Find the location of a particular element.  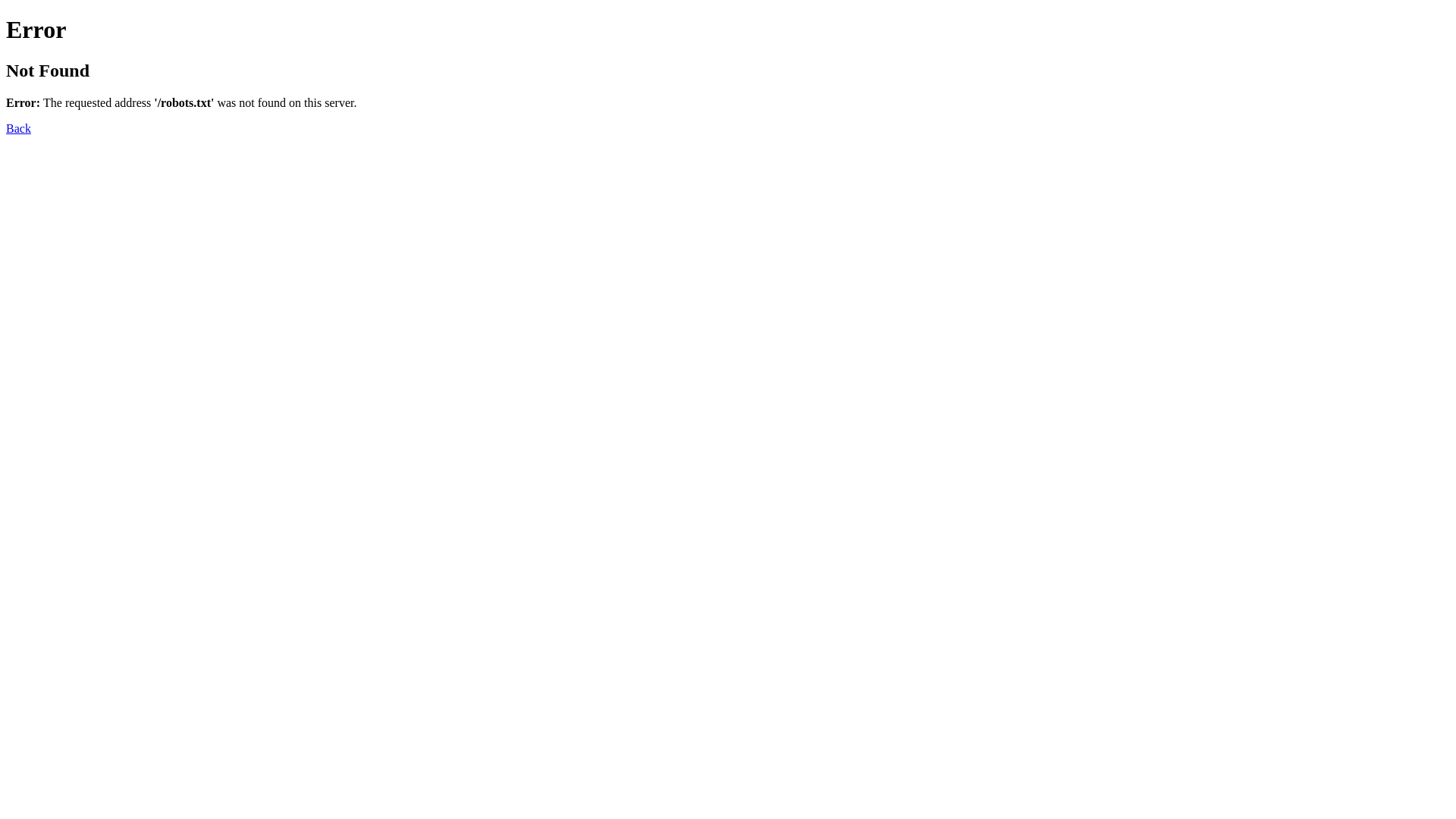

'Back' is located at coordinates (18, 127).